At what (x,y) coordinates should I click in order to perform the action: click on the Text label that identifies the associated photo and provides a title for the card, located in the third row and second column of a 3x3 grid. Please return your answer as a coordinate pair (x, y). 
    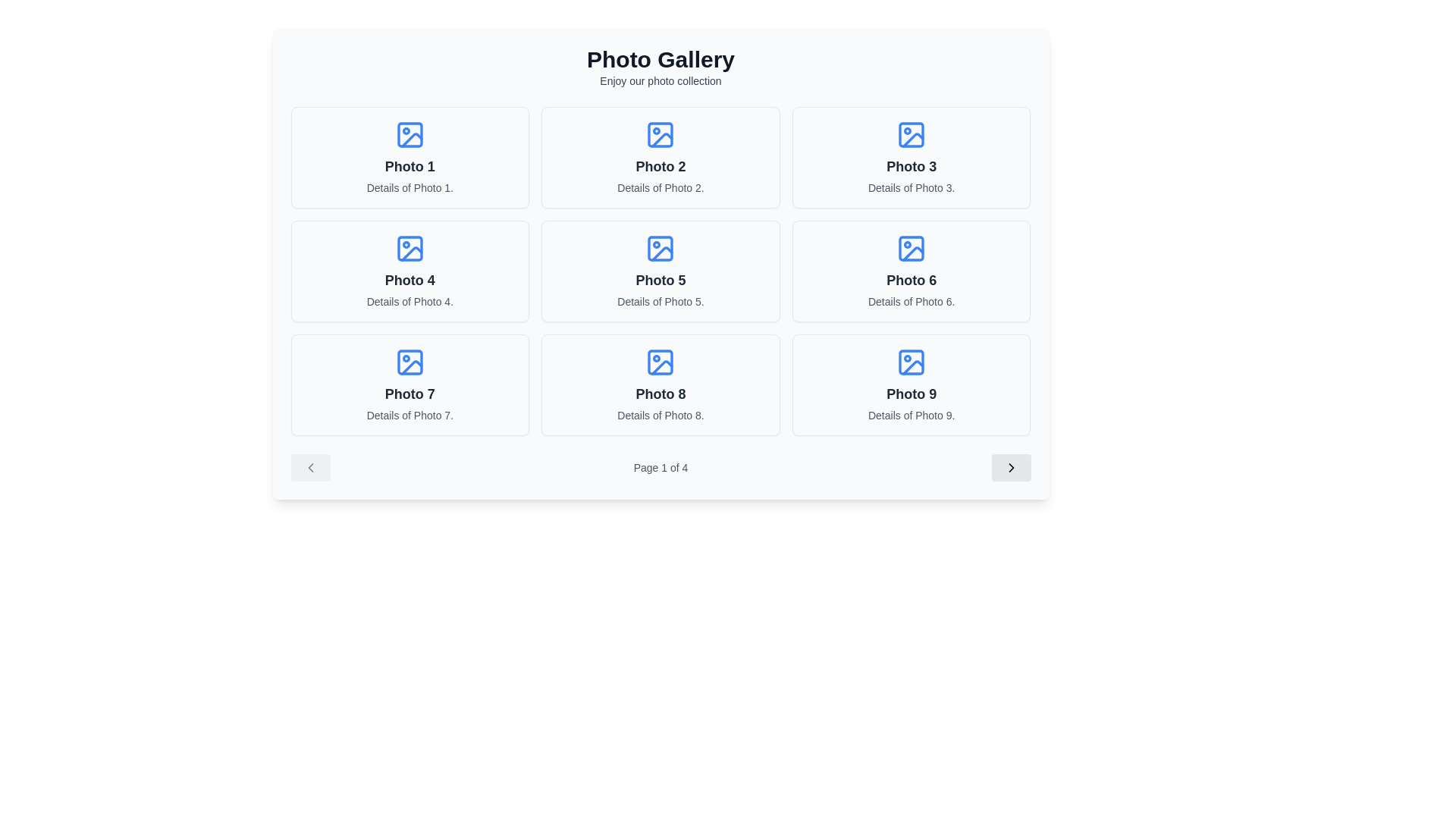
    Looking at the image, I should click on (661, 394).